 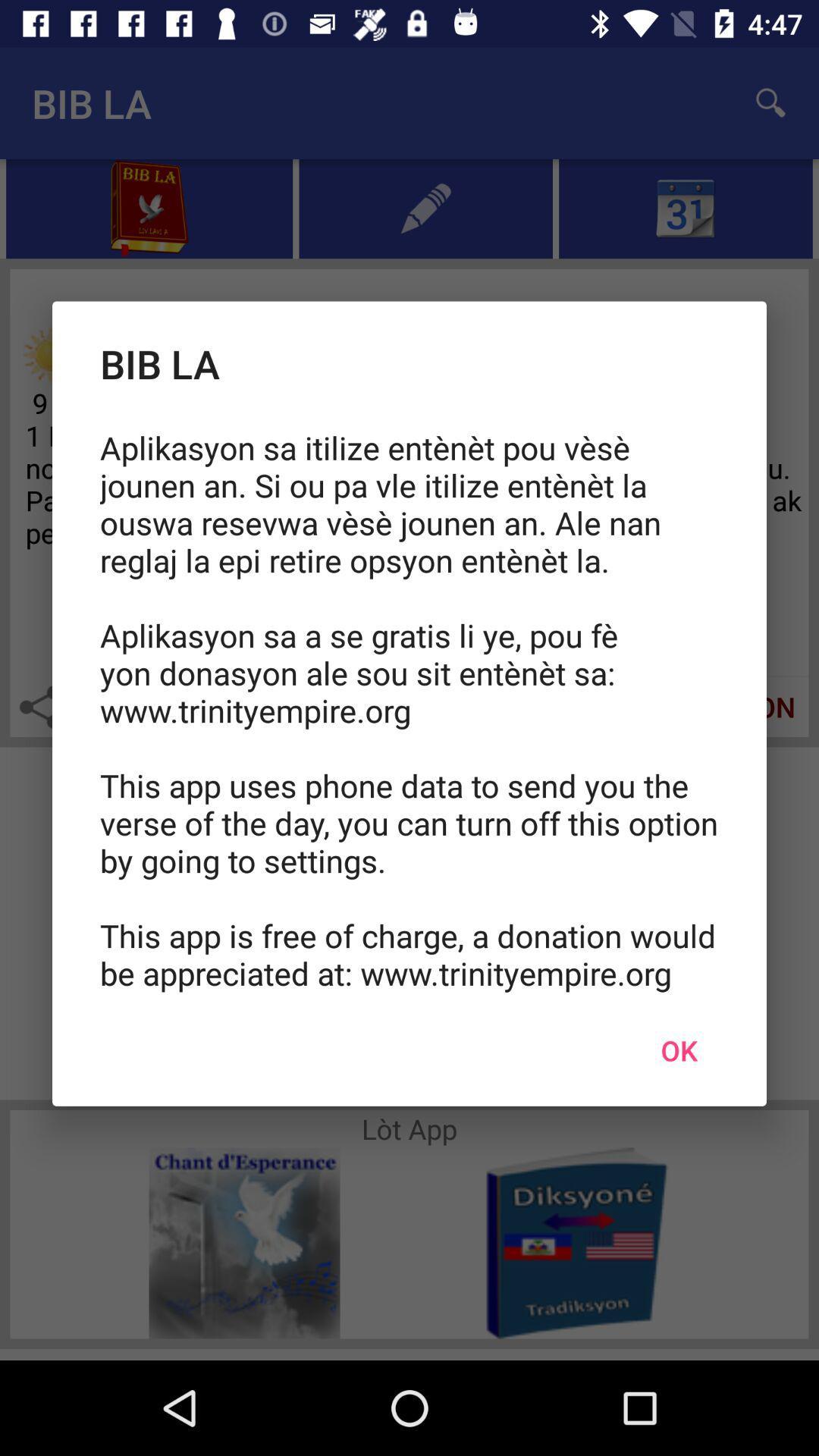 What do you see at coordinates (678, 1050) in the screenshot?
I see `the ok icon` at bounding box center [678, 1050].